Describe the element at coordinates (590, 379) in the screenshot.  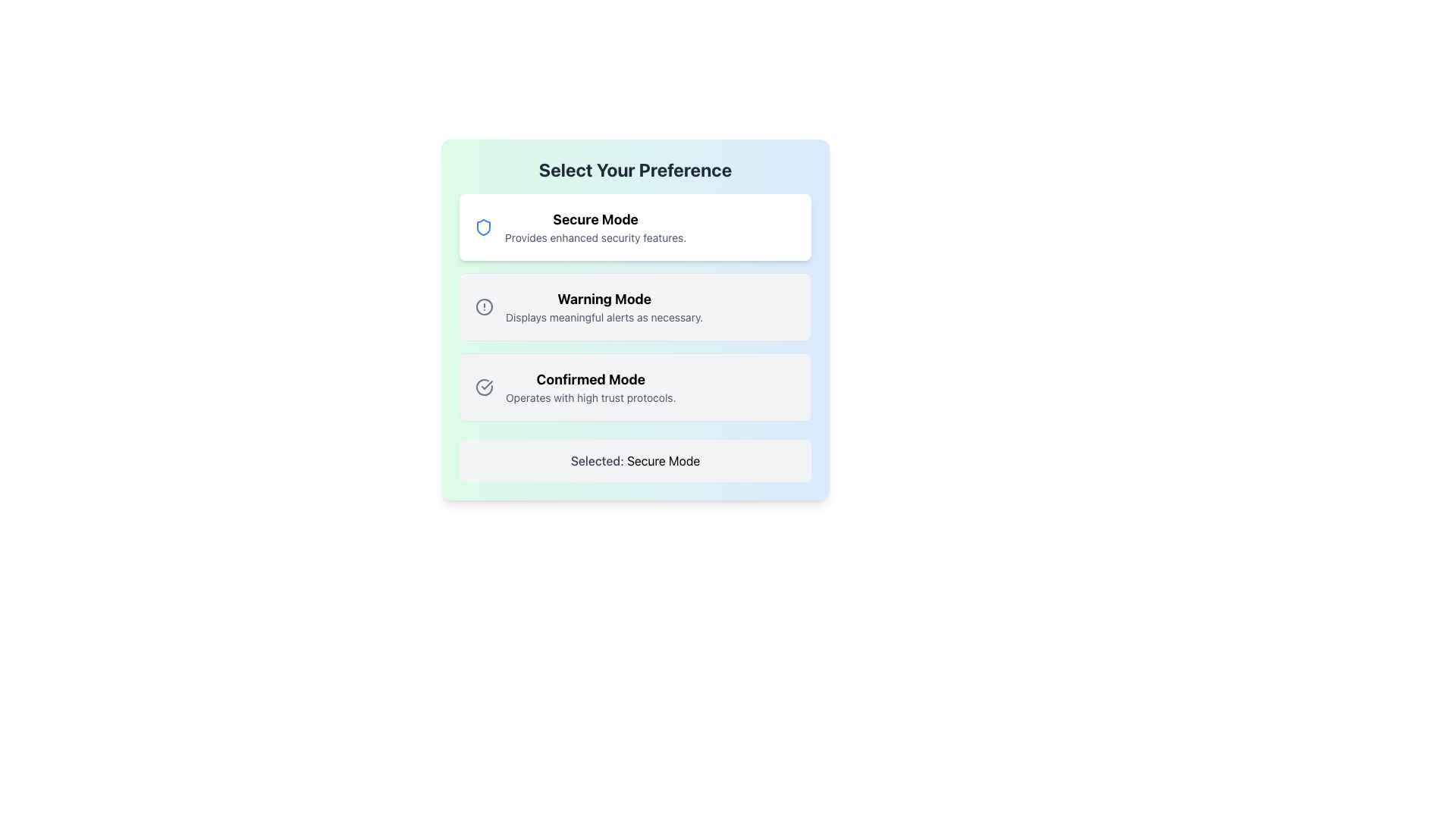
I see `the 'Confirmed Mode' text display element, which reads in bold and large font, indicating its distinct emphasis within the preference selection area` at that location.